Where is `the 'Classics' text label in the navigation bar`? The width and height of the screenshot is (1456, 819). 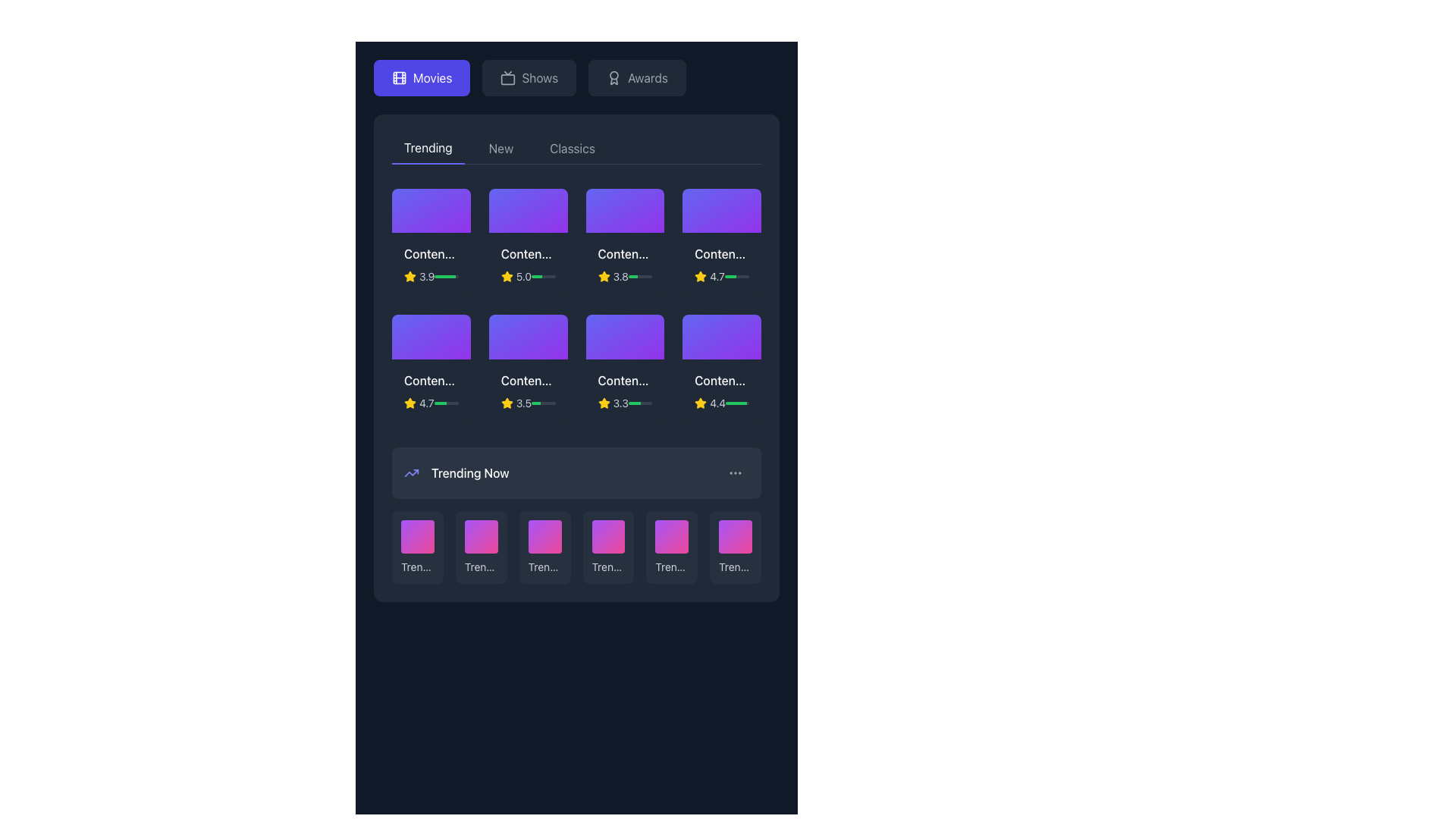
the 'Classics' text label in the navigation bar is located at coordinates (571, 149).